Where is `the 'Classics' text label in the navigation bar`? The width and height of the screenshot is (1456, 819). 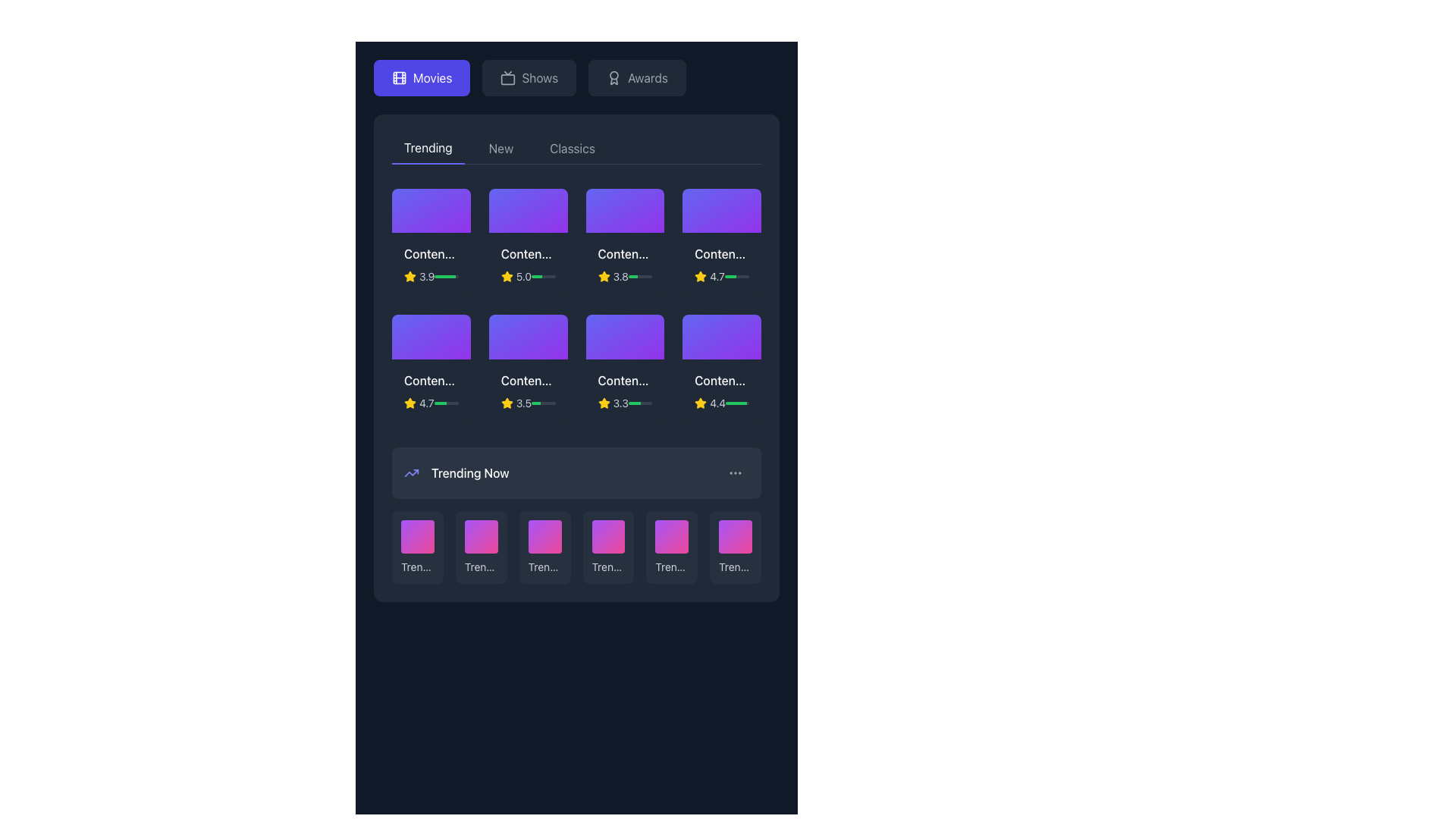
the 'Classics' text label in the navigation bar is located at coordinates (571, 149).